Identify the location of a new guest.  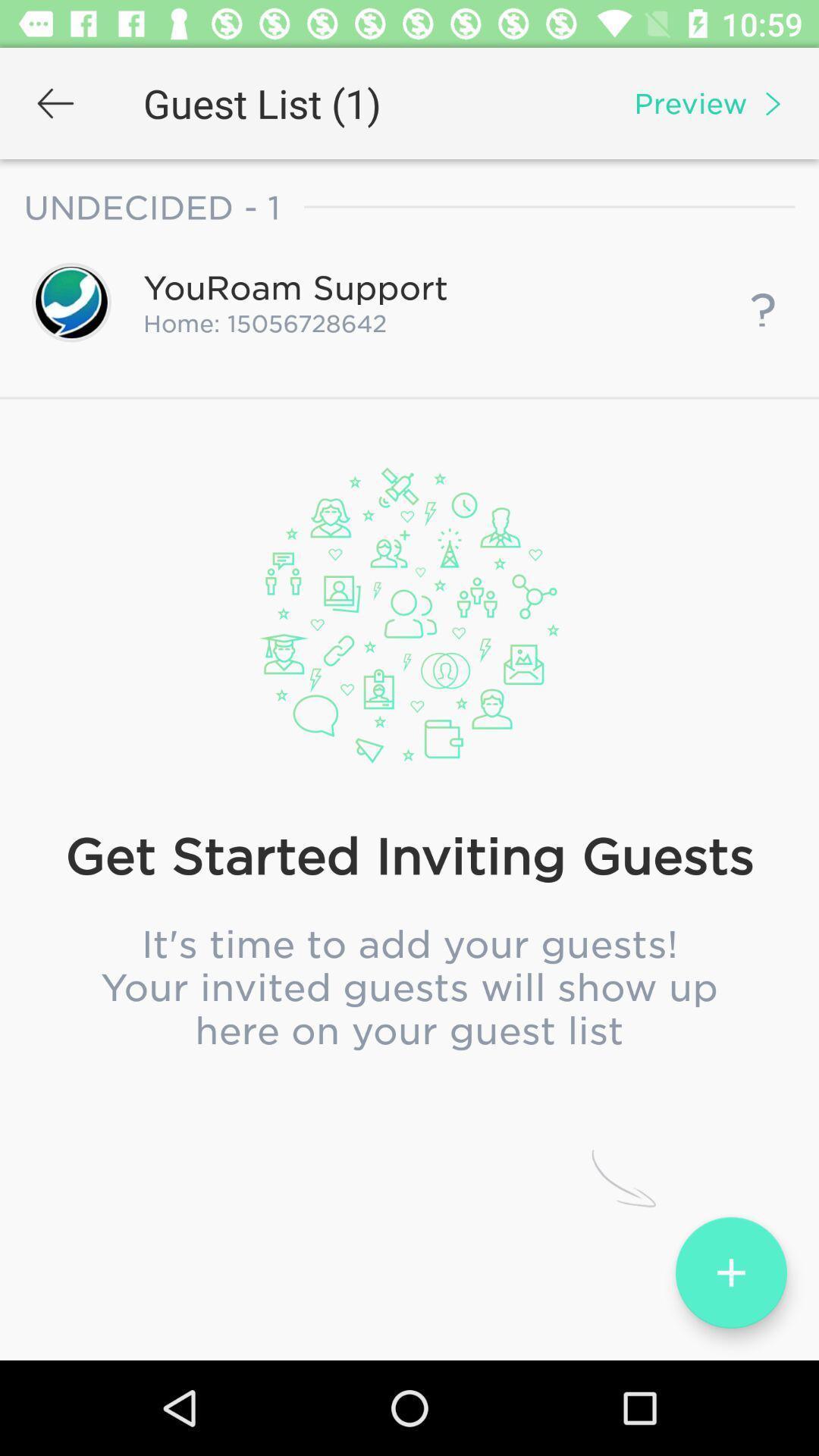
(730, 1272).